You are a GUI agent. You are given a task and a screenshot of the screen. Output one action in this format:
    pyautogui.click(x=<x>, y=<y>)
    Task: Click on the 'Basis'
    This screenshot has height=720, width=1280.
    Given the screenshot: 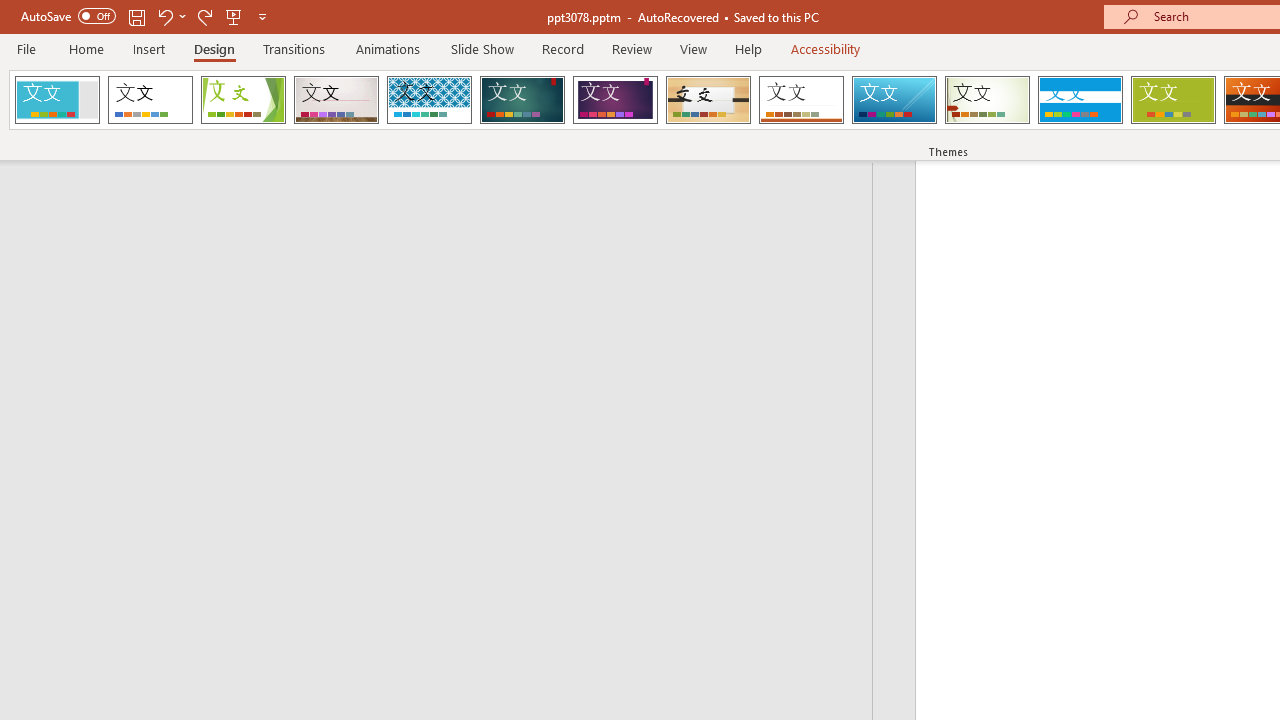 What is the action you would take?
    pyautogui.click(x=1173, y=100)
    